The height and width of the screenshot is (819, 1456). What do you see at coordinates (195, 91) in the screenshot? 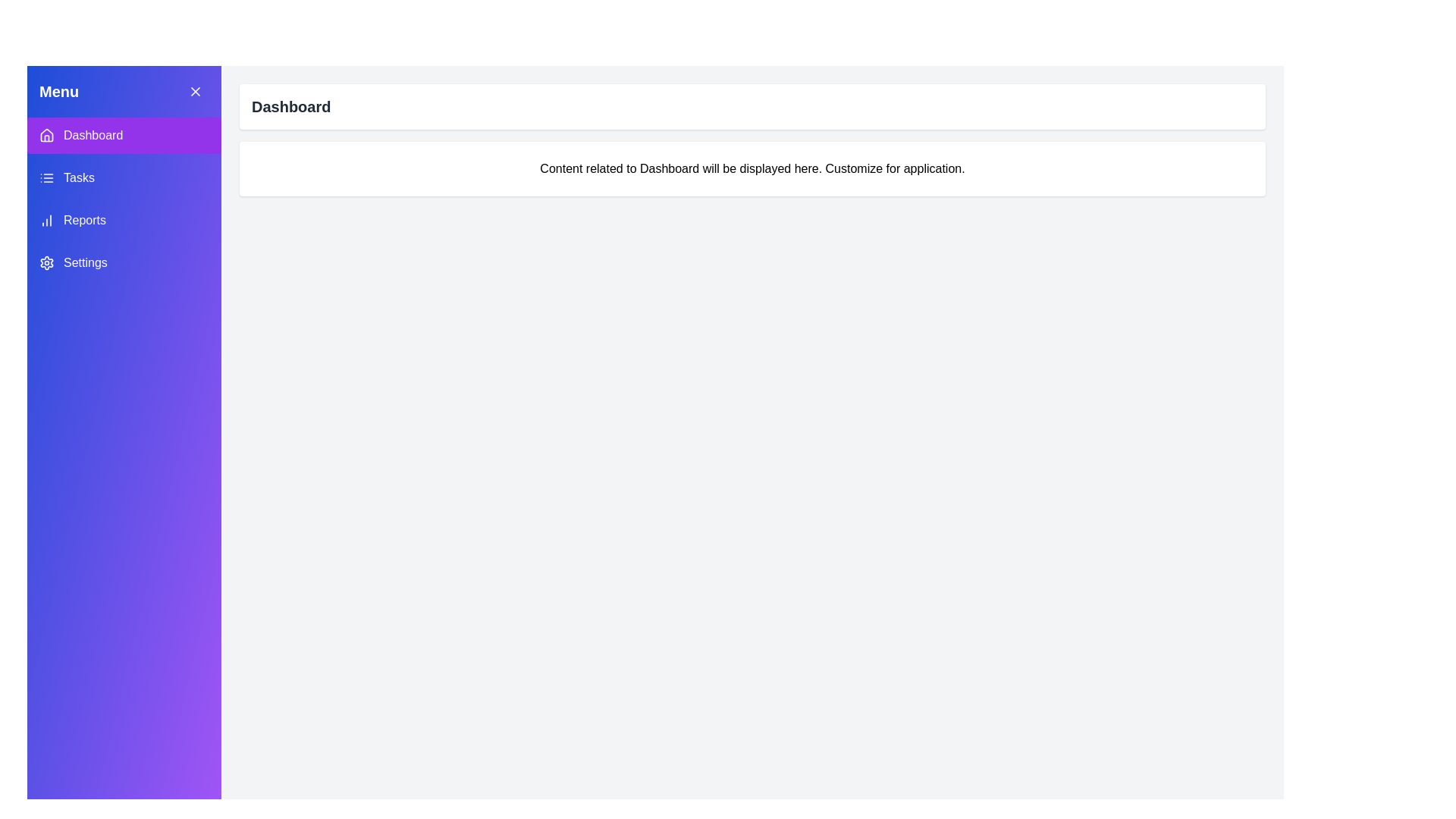
I see `the close (X) button to toggle the visibility of the drawer menu` at bounding box center [195, 91].